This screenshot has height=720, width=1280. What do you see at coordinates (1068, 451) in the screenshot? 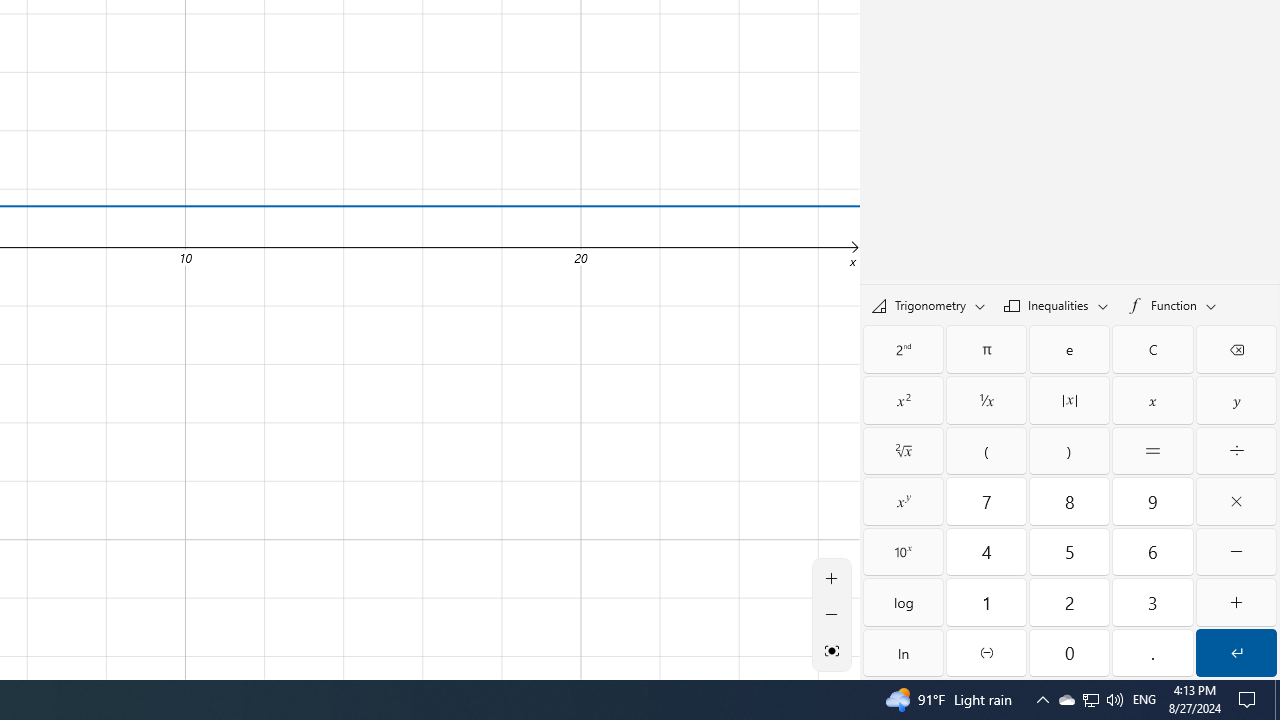
I see `'Right parenthesis'` at bounding box center [1068, 451].